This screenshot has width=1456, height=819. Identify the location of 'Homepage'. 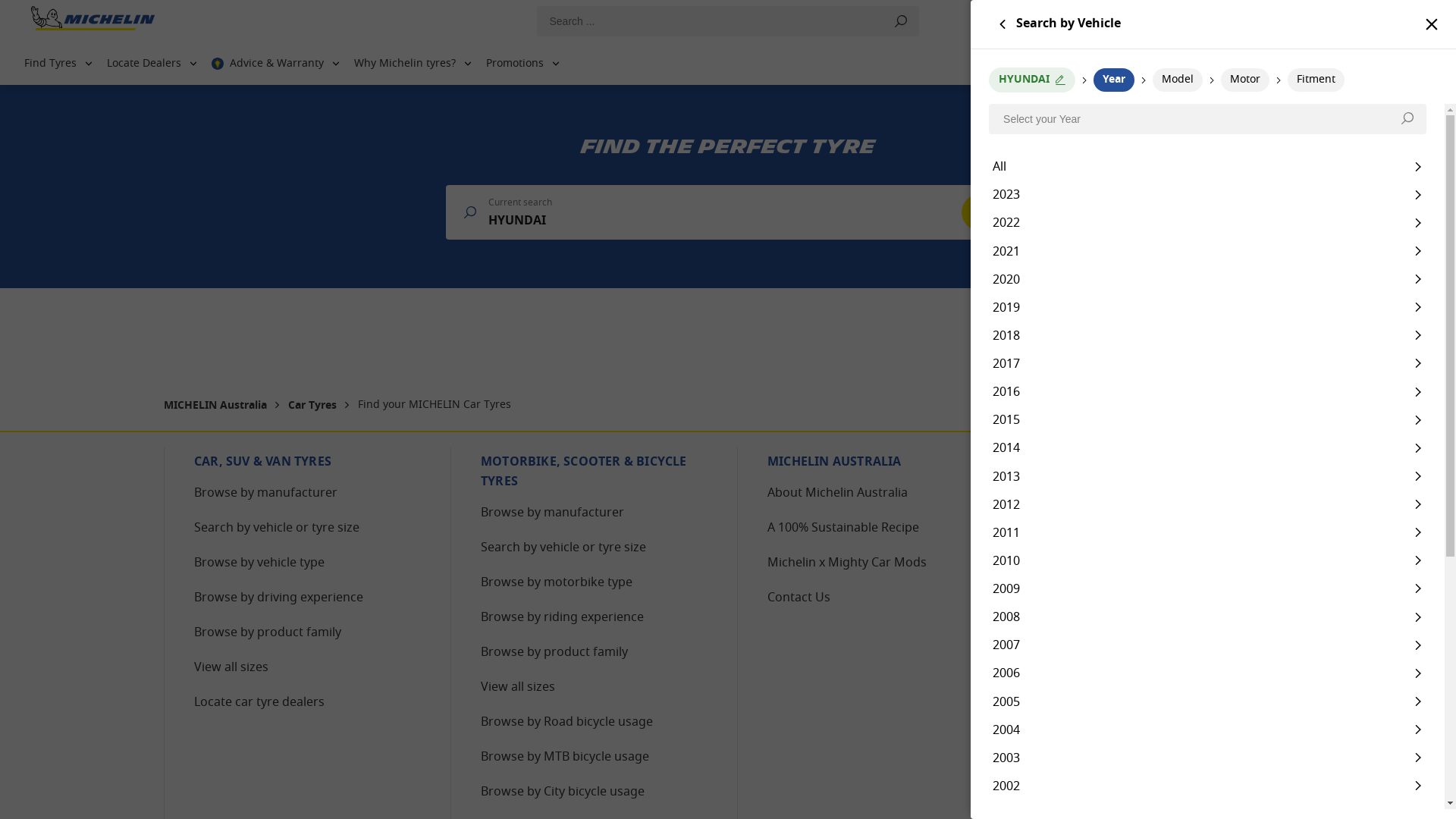
(92, 21).